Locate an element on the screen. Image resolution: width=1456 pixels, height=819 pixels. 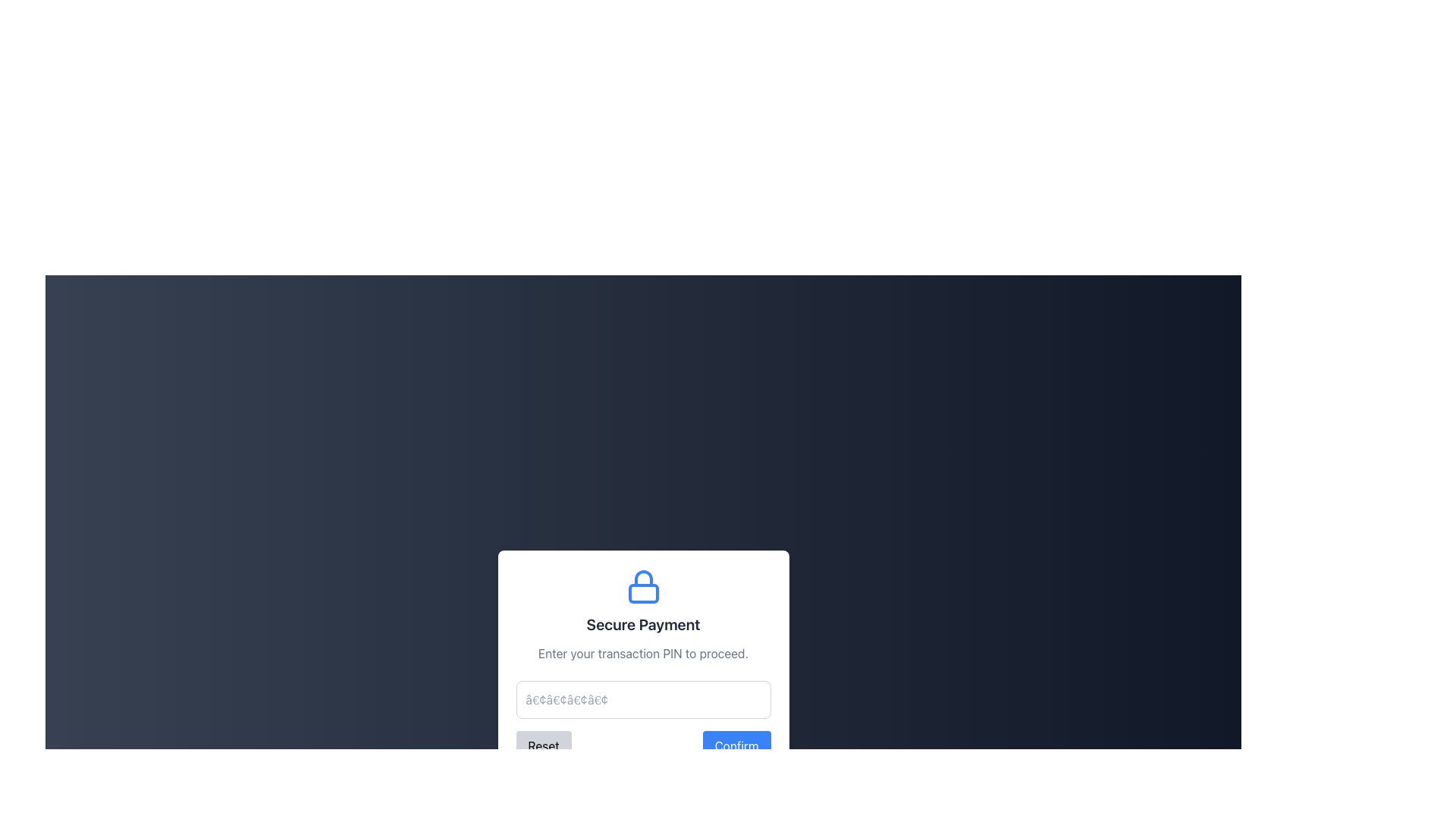
the lock icon that signifies security, located above the 'Secure Payment' text in the modal dialog is located at coordinates (643, 586).